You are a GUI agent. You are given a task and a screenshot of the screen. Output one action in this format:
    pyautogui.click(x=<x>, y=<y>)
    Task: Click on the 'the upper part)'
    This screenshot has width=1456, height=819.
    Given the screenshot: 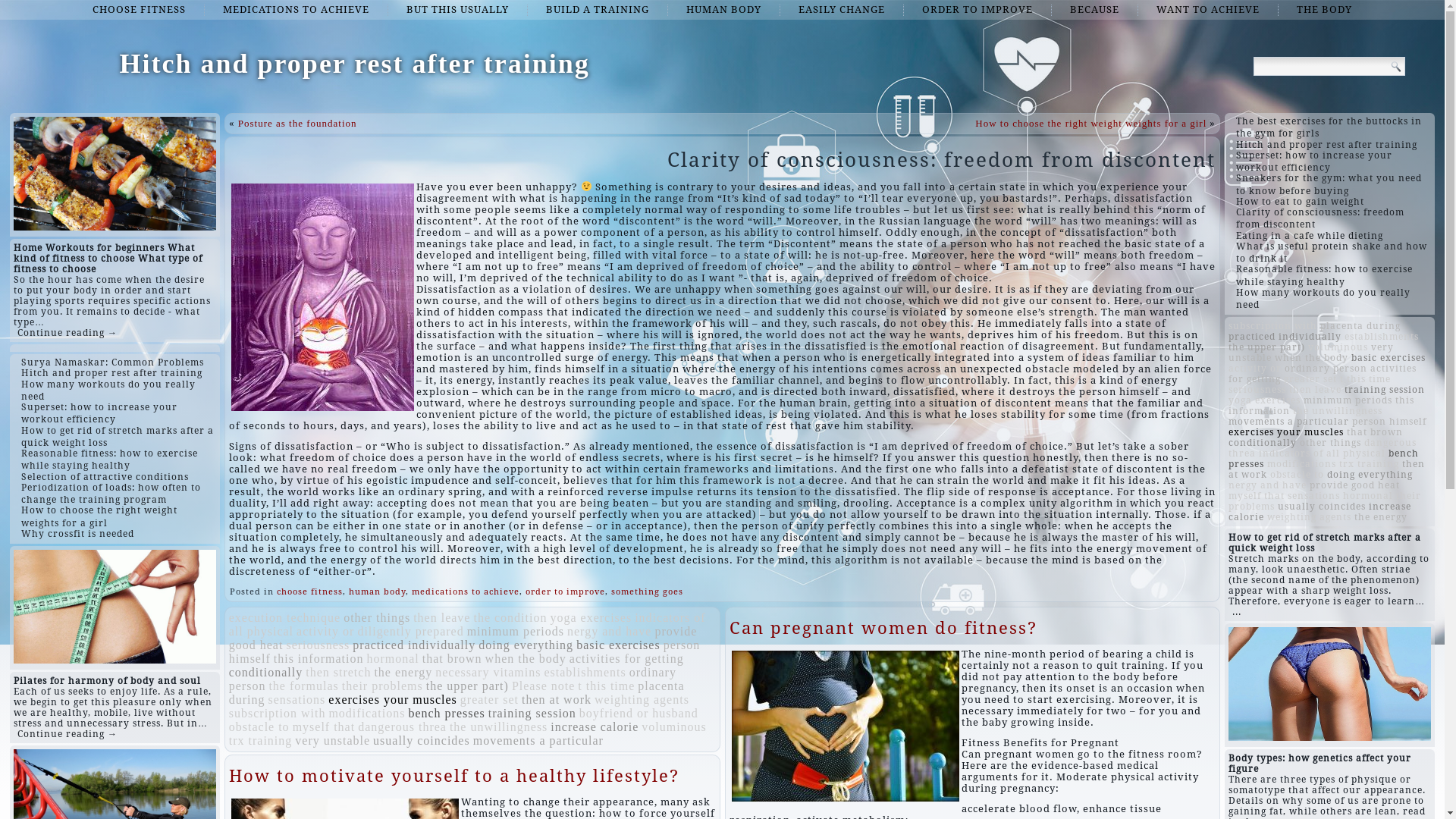 What is the action you would take?
    pyautogui.click(x=1228, y=347)
    